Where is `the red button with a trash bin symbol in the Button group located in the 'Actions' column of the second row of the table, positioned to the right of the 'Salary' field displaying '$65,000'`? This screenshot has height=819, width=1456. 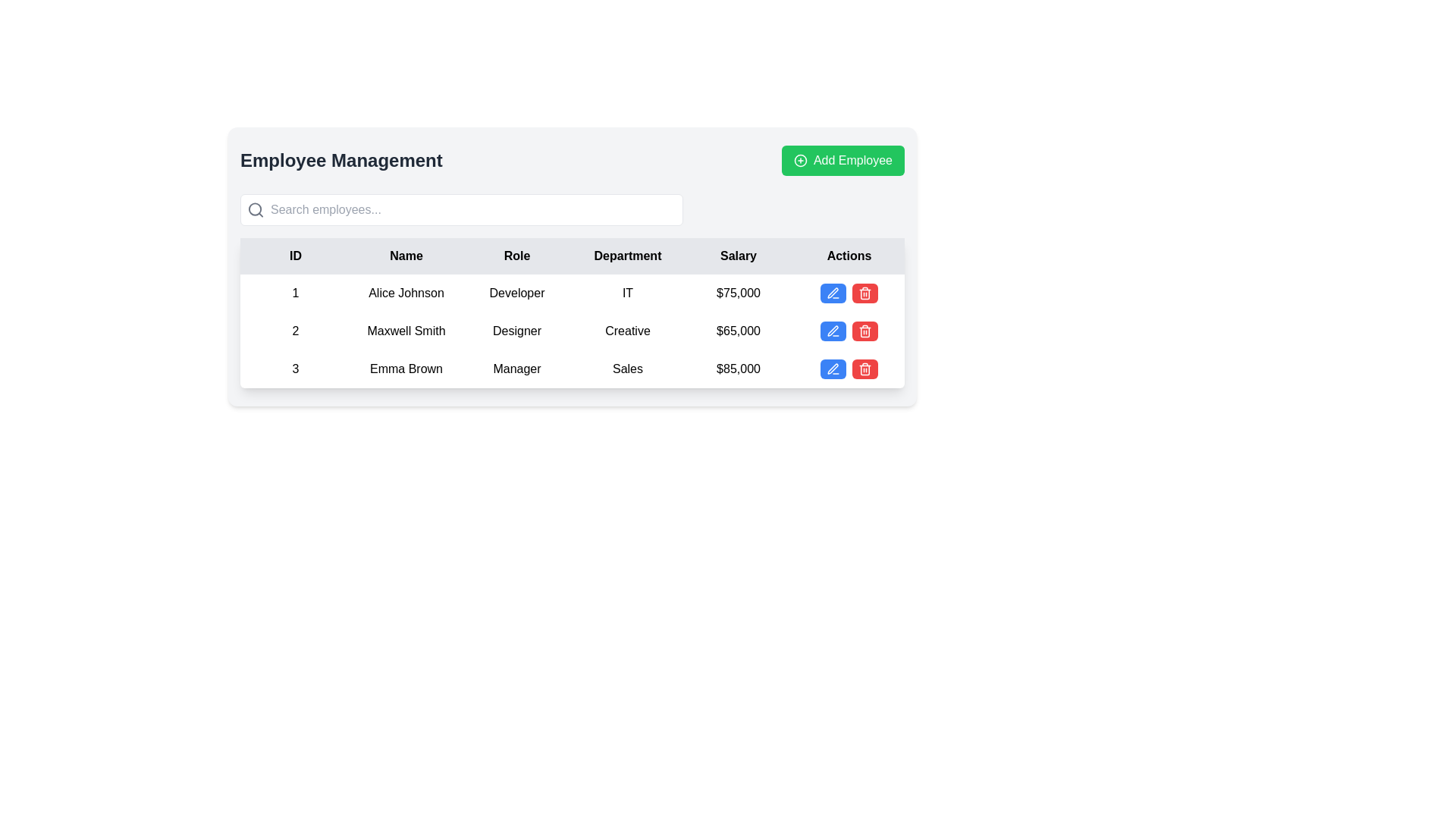 the red button with a trash bin symbol in the Button group located in the 'Actions' column of the second row of the table, positioned to the right of the 'Salary' field displaying '$65,000' is located at coordinates (848, 330).